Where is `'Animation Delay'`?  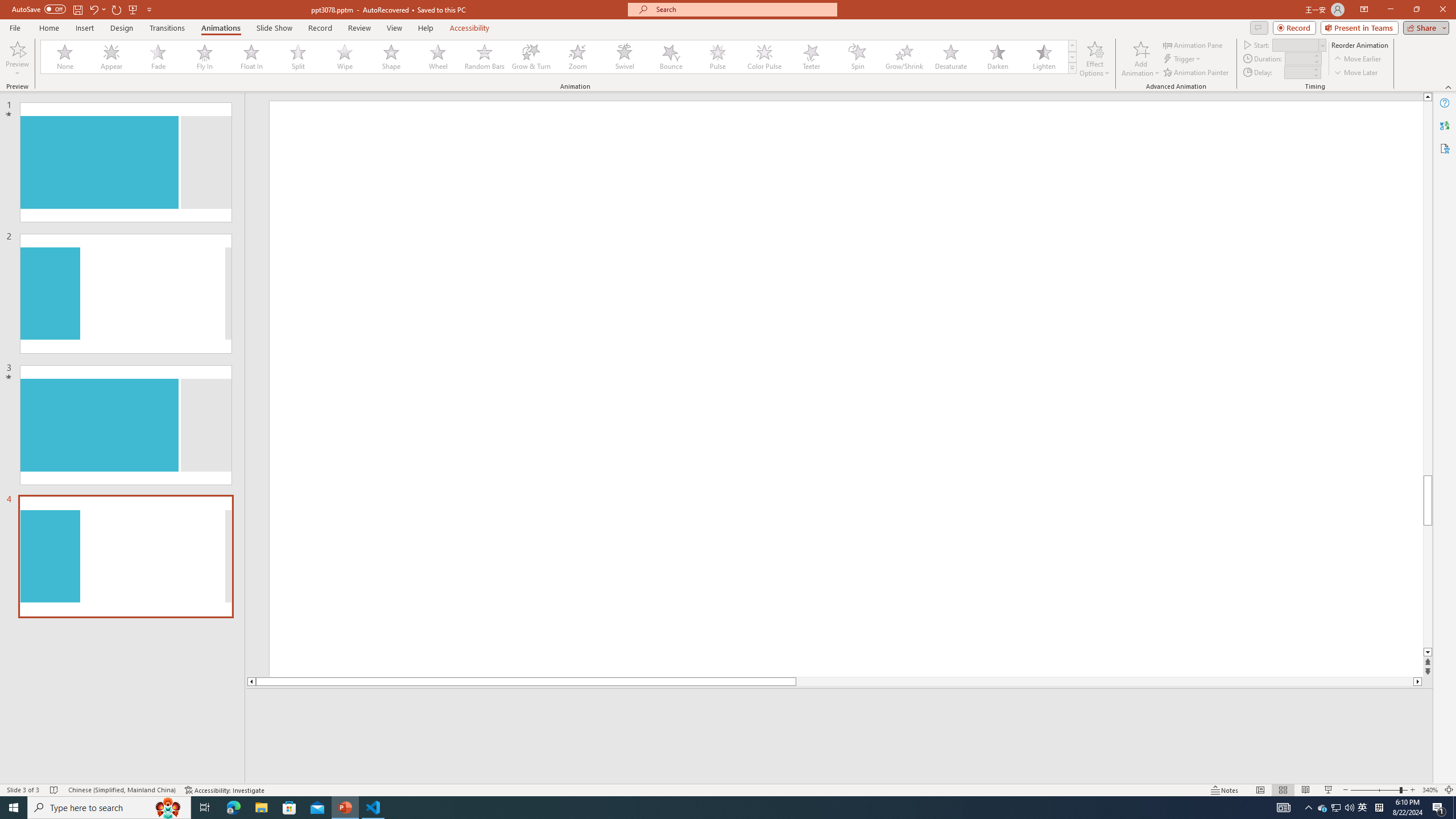
'Animation Delay' is located at coordinates (1296, 72).